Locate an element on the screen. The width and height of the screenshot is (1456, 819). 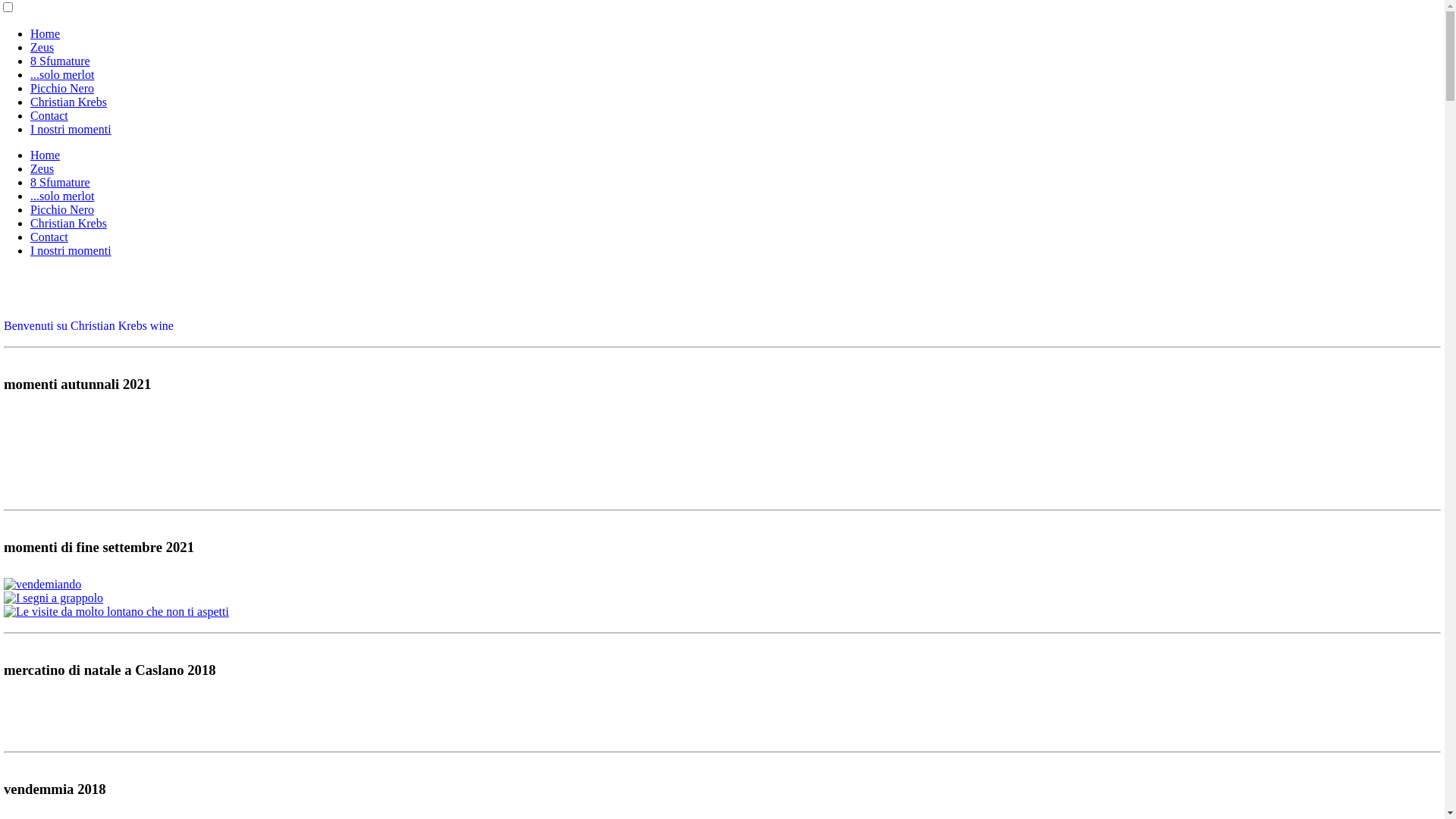
'Benvenuti su Christian Krebs wine' is located at coordinates (87, 325).